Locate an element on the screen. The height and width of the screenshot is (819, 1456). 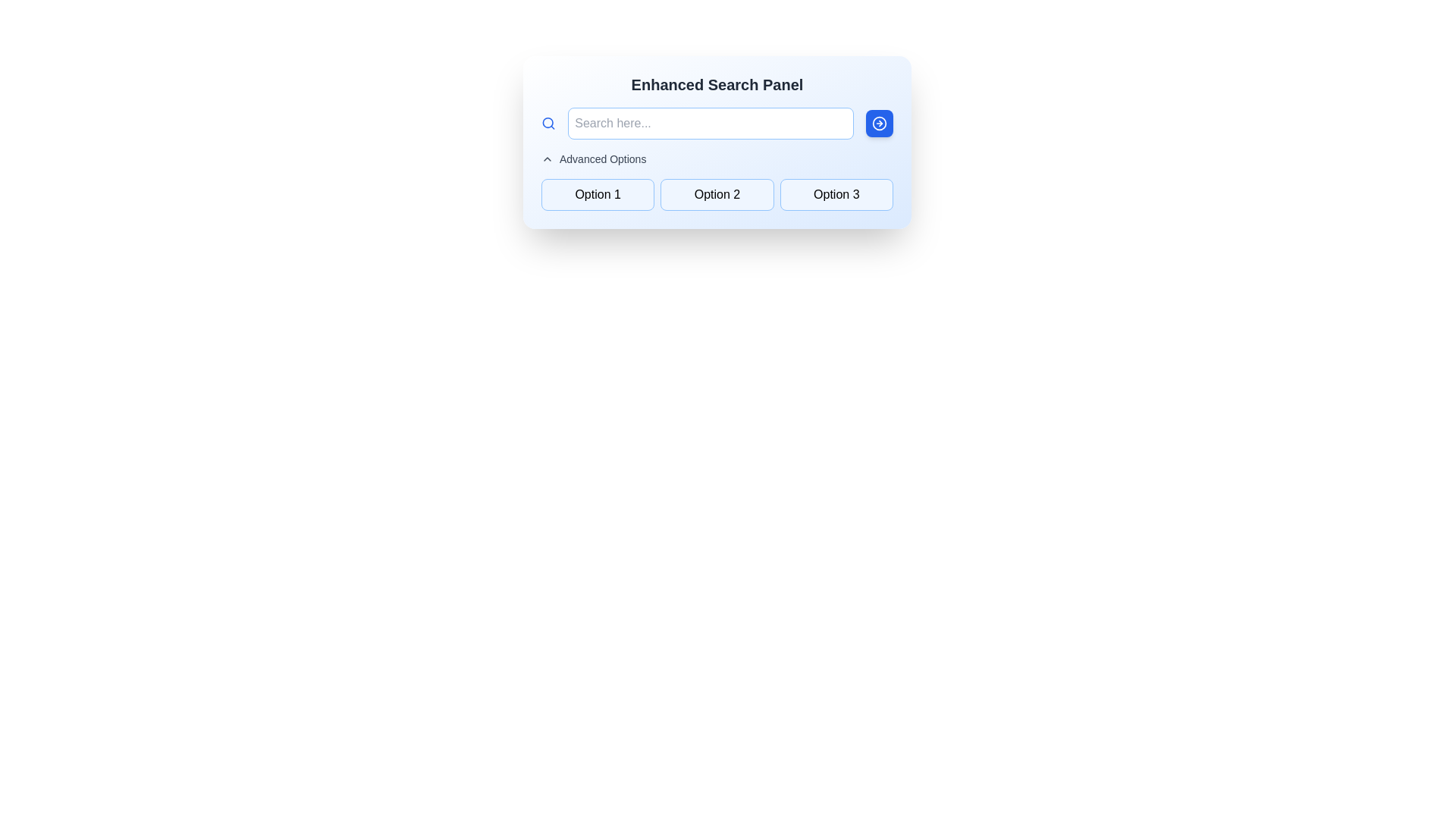
the collapse/hide icon located to the left of the 'Advanced Options' label, indicating the section can be collapsed is located at coordinates (546, 158).